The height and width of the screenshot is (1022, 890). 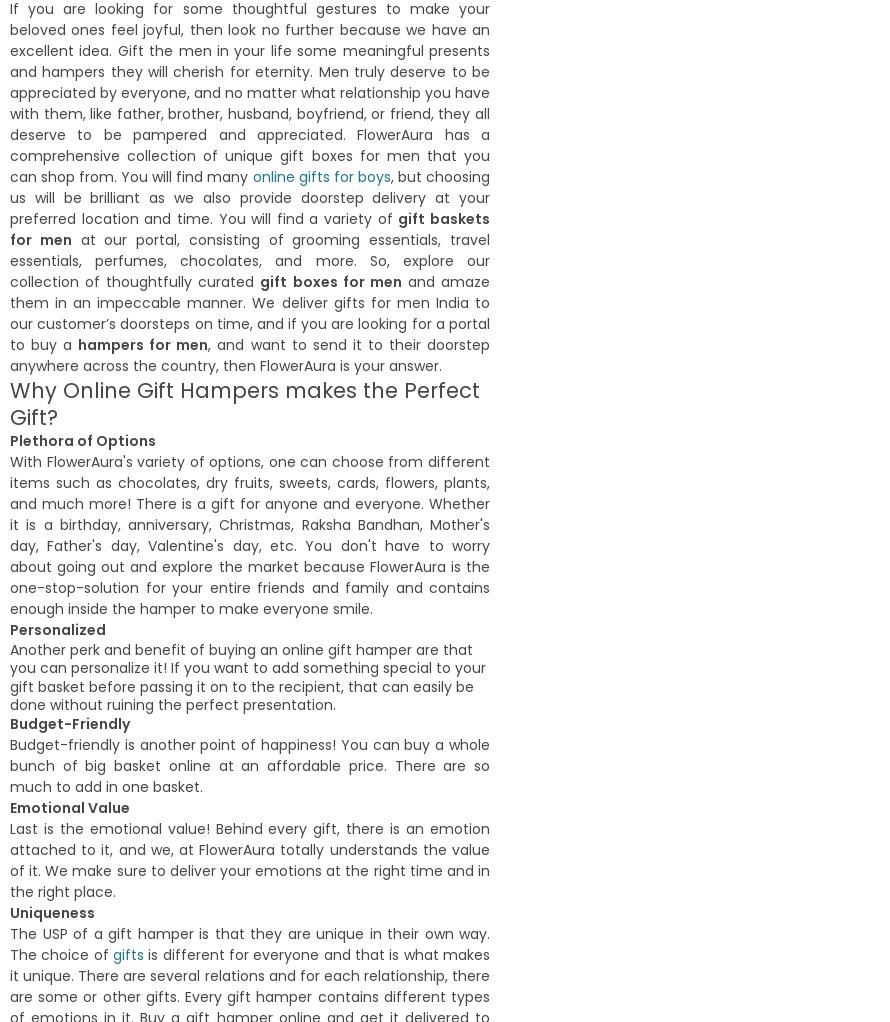 What do you see at coordinates (363, 428) in the screenshot?
I see `'Great product and professional servicing'` at bounding box center [363, 428].